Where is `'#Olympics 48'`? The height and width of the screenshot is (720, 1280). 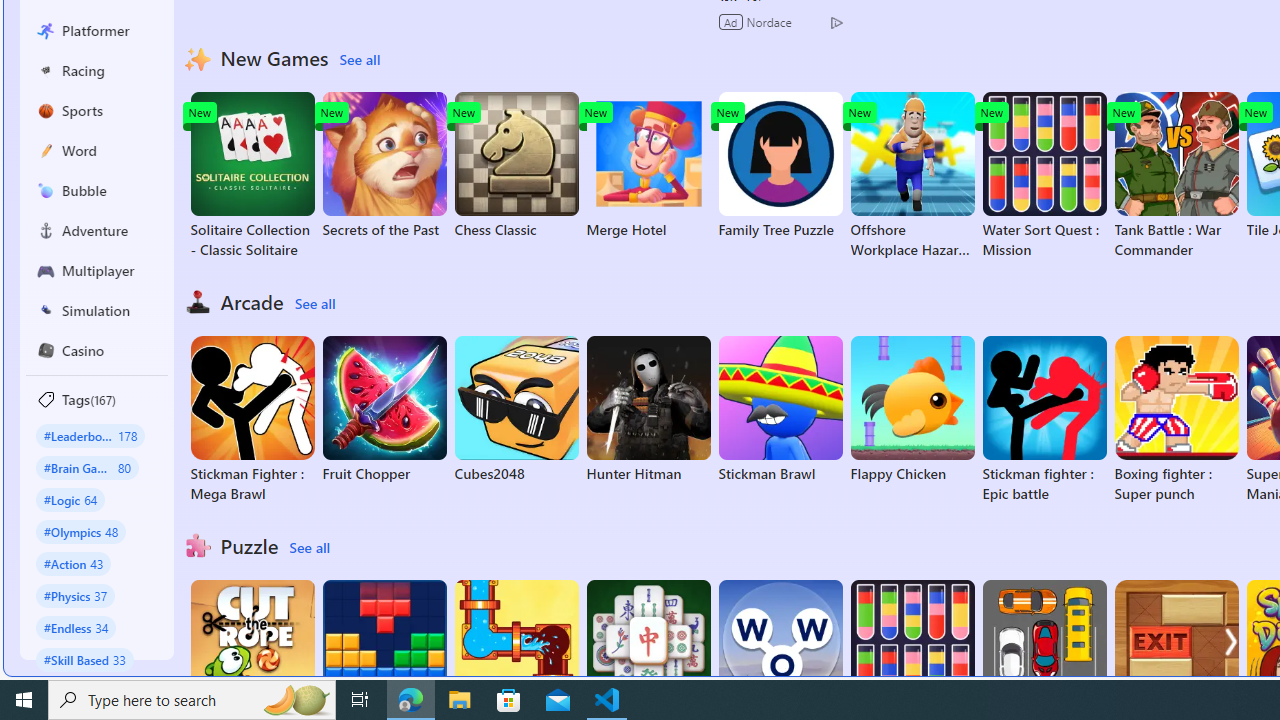 '#Olympics 48' is located at coordinates (80, 530).